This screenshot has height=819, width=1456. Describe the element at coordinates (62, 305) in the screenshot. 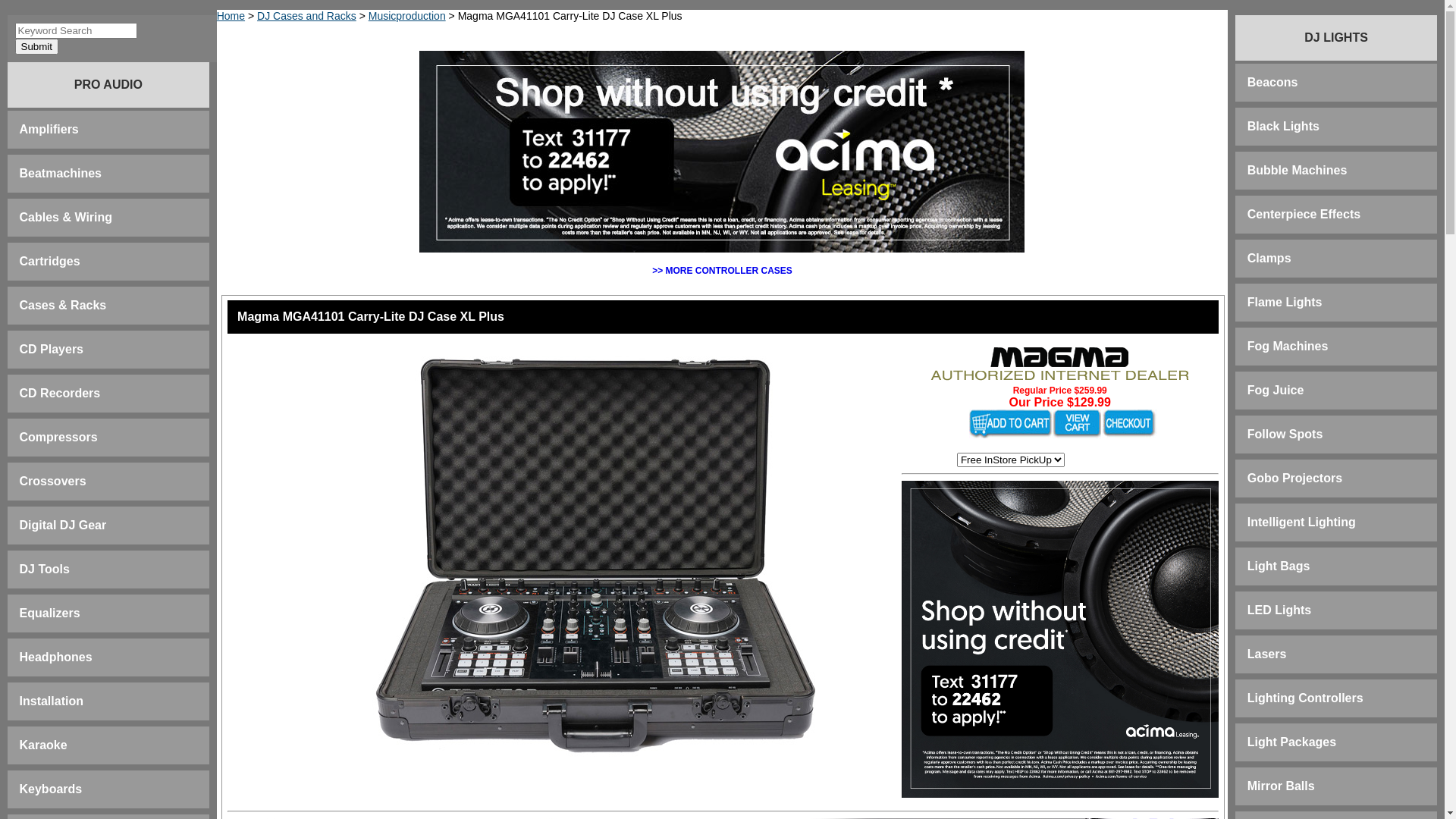

I see `'Cases & Racks'` at that location.